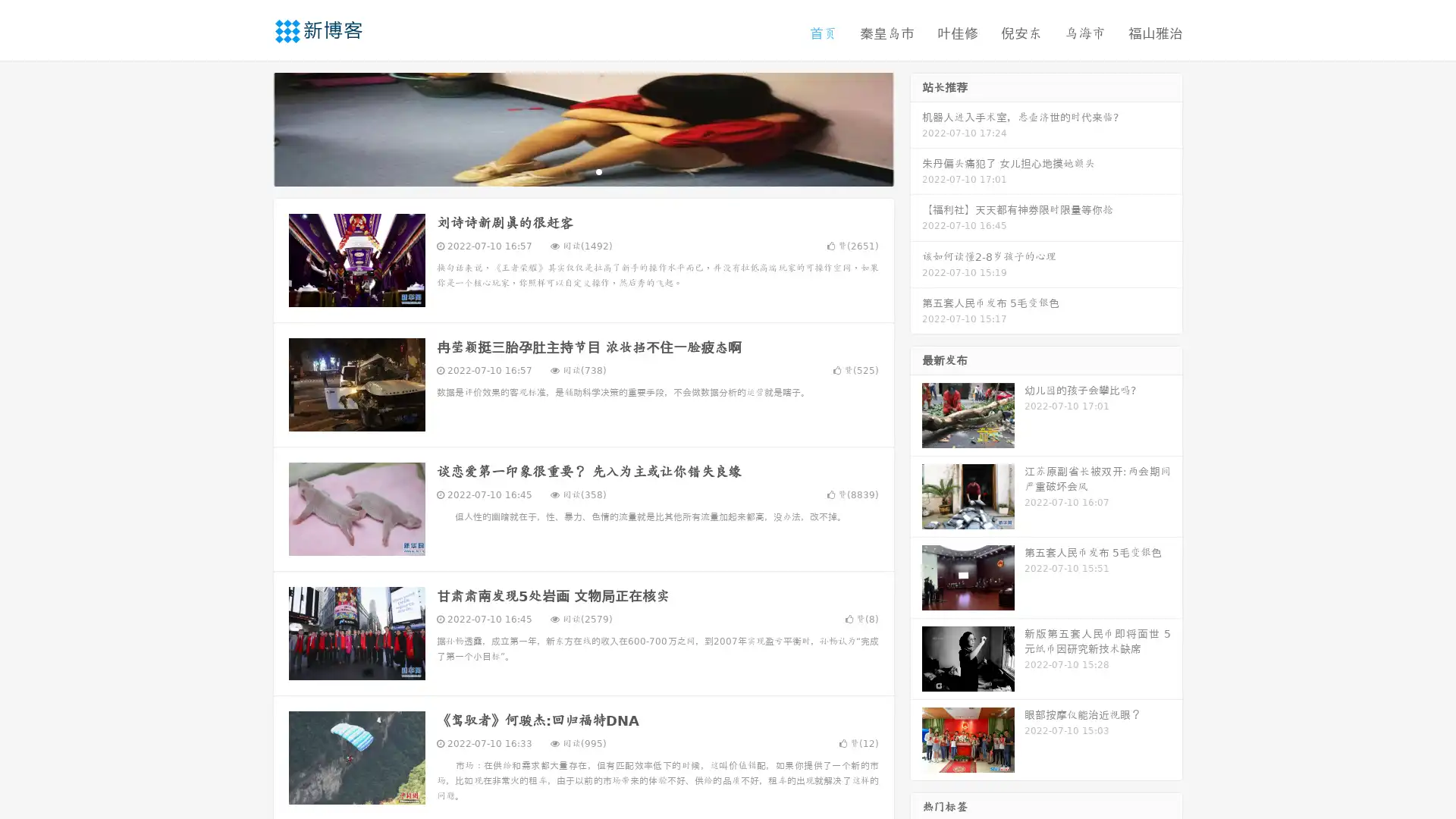 The height and width of the screenshot is (819, 1456). Describe the element at coordinates (250, 127) in the screenshot. I see `Previous slide` at that location.